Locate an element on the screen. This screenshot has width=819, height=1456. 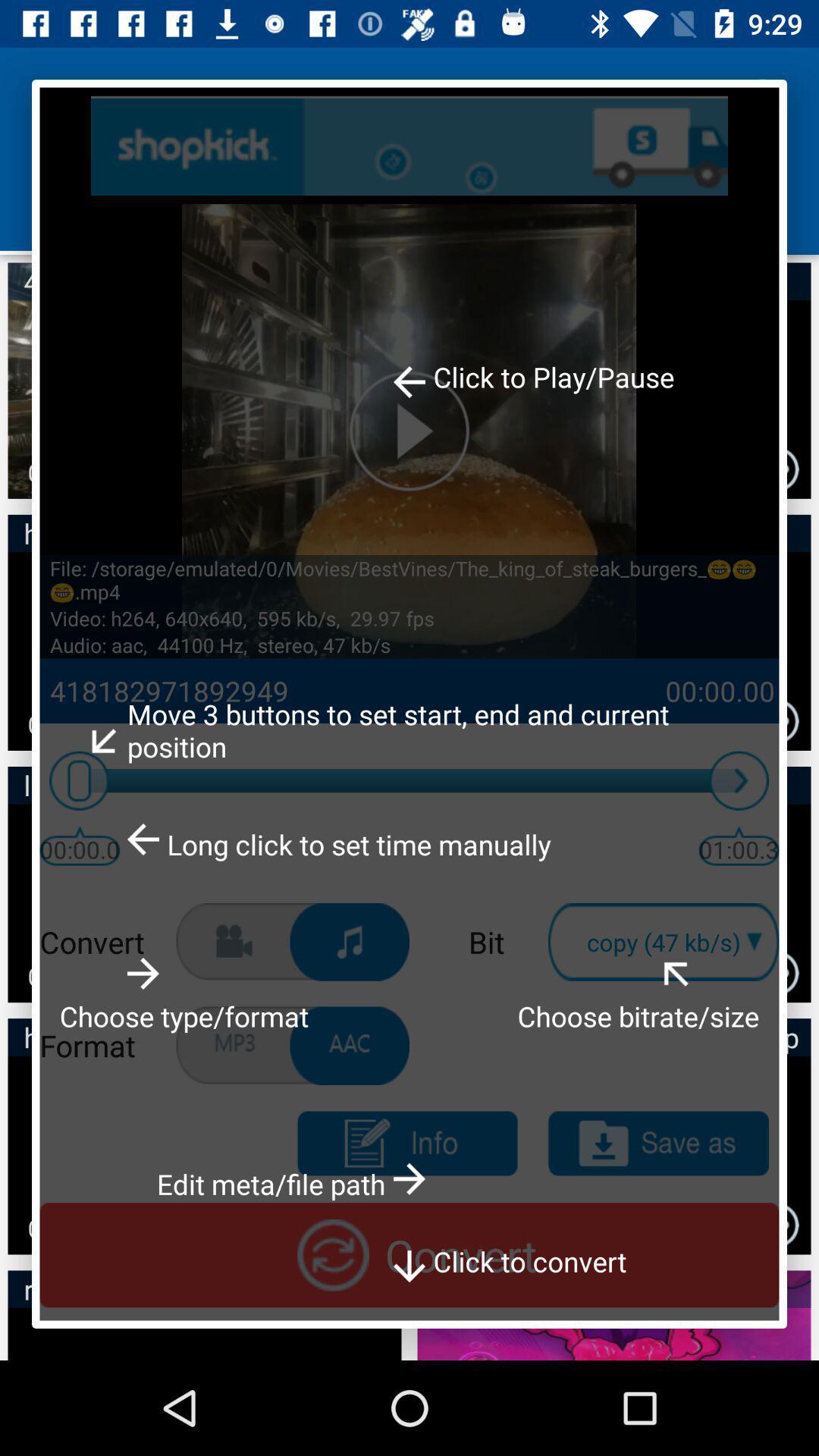
shopkick box is located at coordinates (409, 146).